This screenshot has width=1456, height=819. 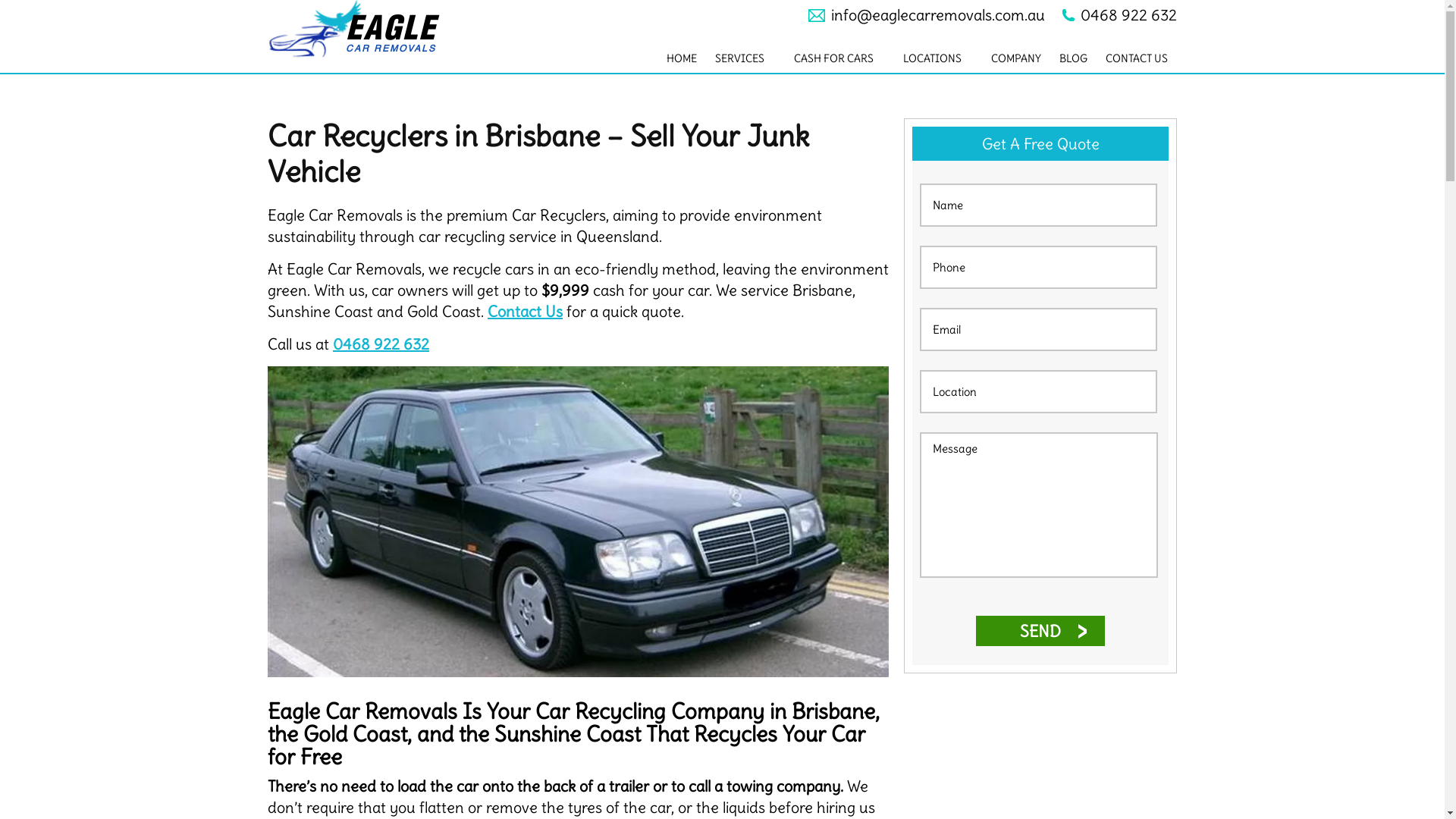 What do you see at coordinates (982, 58) in the screenshot?
I see `'COMPANY'` at bounding box center [982, 58].